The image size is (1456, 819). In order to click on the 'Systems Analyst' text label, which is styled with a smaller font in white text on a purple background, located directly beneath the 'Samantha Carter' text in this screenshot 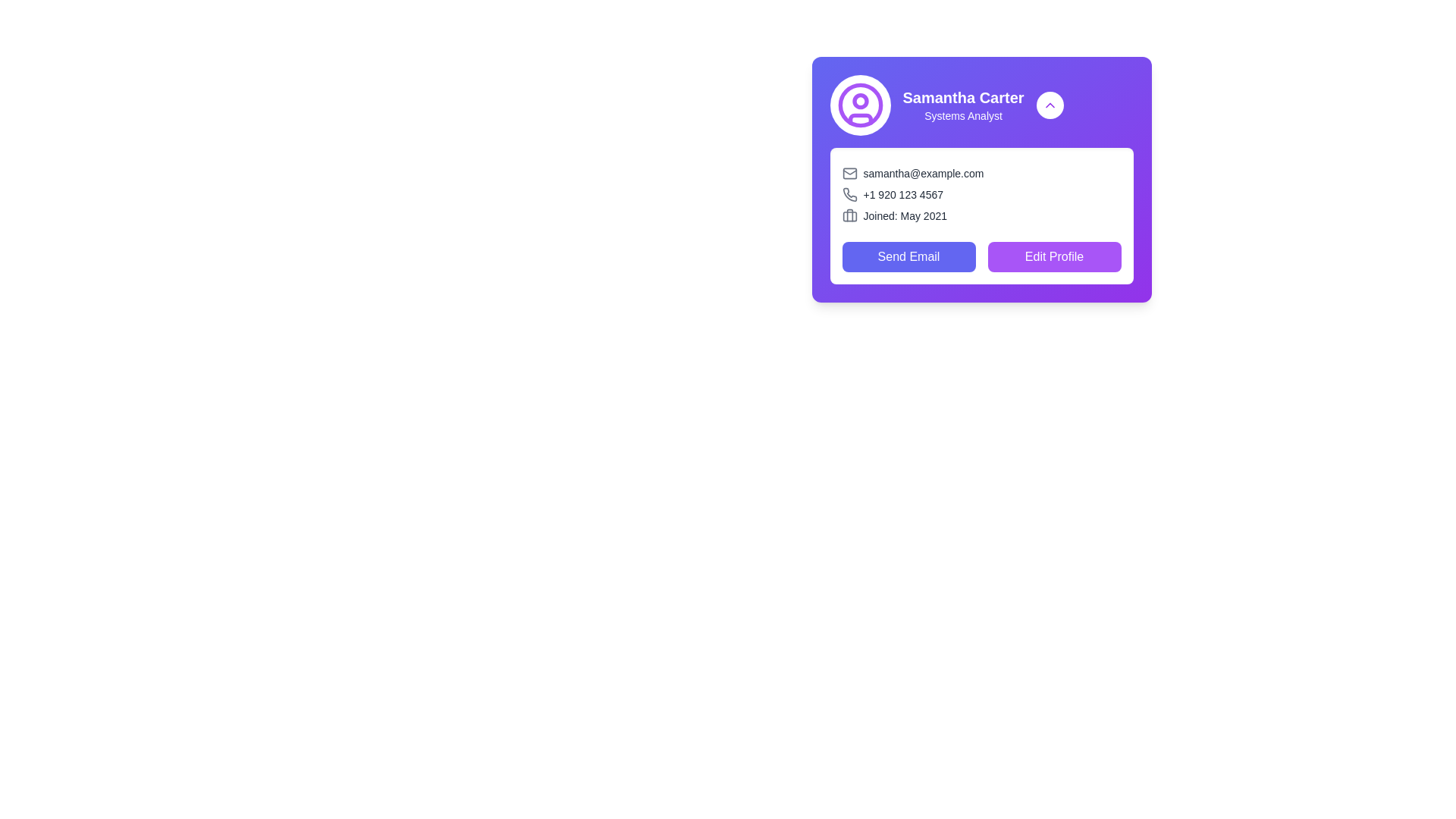, I will do `click(962, 115)`.